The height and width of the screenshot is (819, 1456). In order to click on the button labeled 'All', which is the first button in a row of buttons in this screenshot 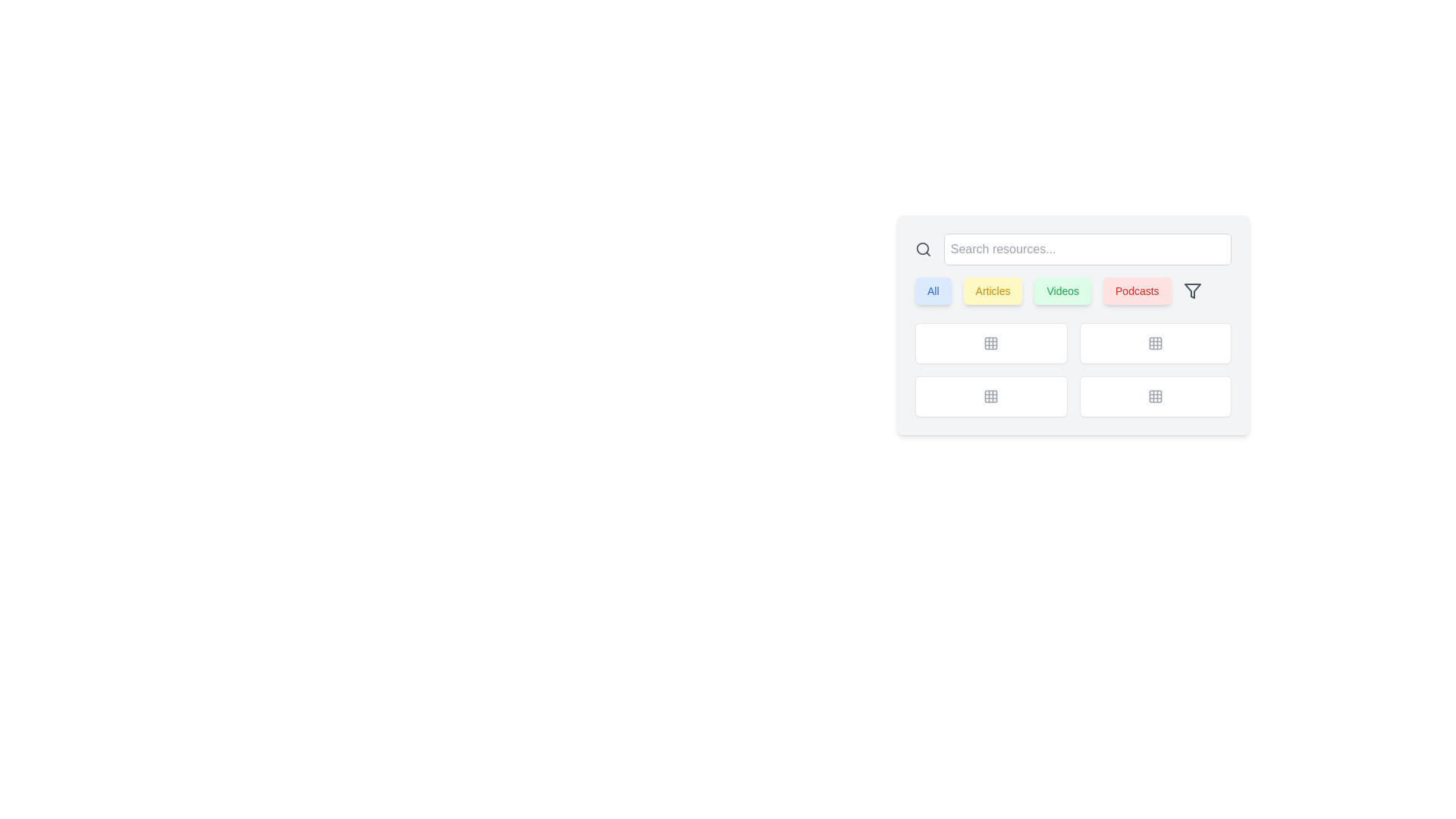, I will do `click(932, 291)`.